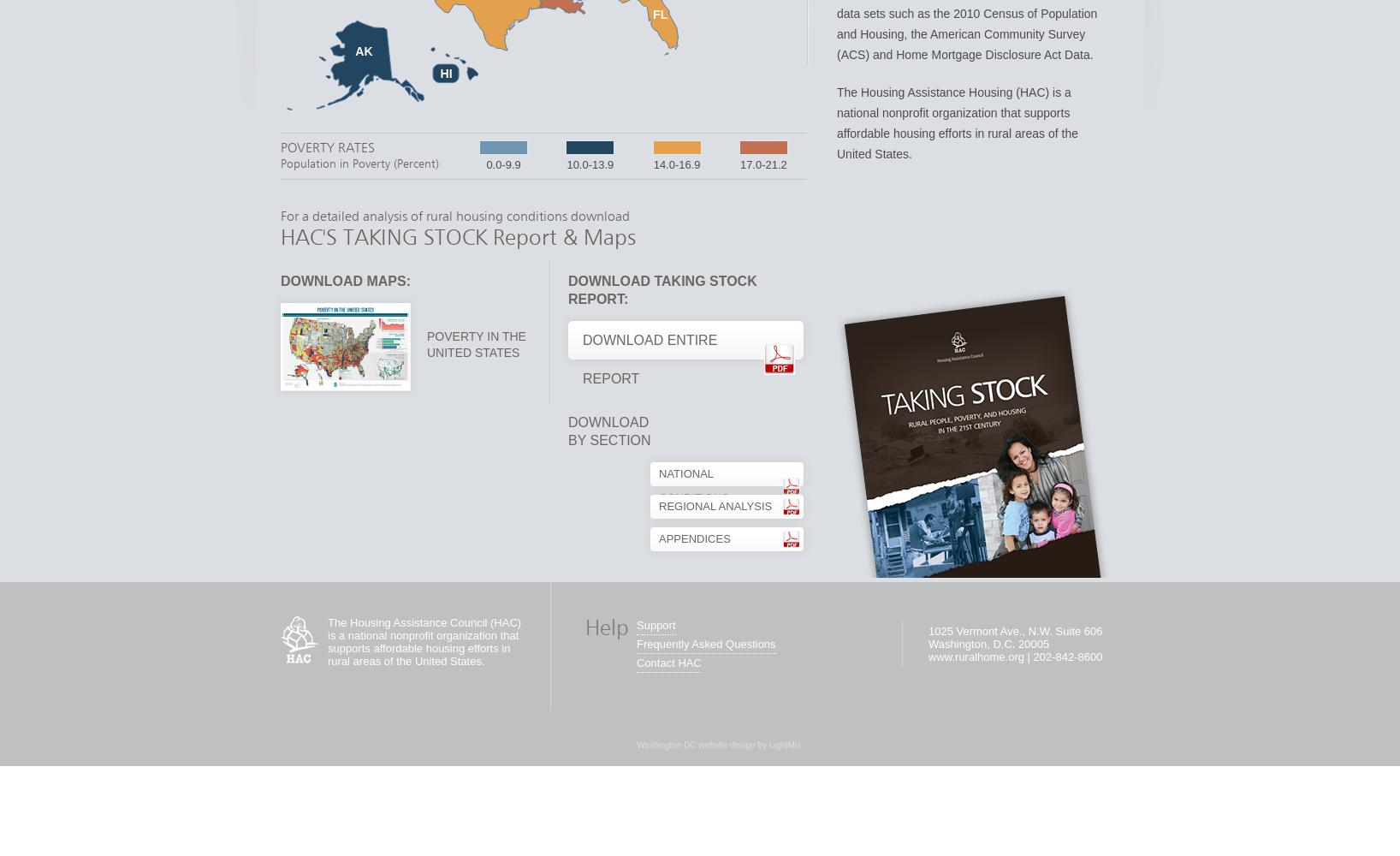 The width and height of the screenshot is (1400, 856). What do you see at coordinates (659, 505) in the screenshot?
I see `'Regional Analysis'` at bounding box center [659, 505].